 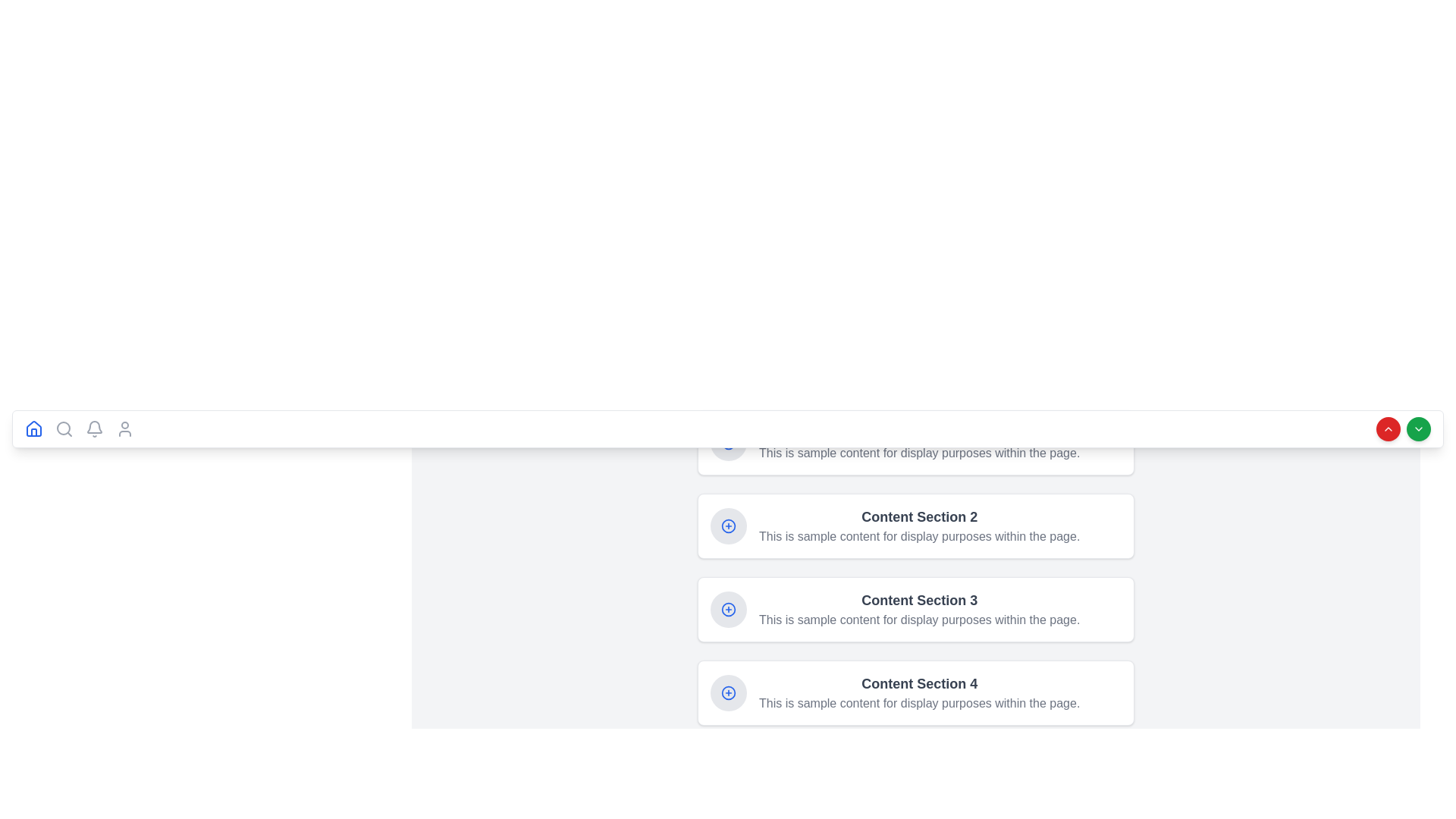 I want to click on the blue circular icon button with a plus sign, located to the left of 'Content Section 2', so click(x=728, y=526).